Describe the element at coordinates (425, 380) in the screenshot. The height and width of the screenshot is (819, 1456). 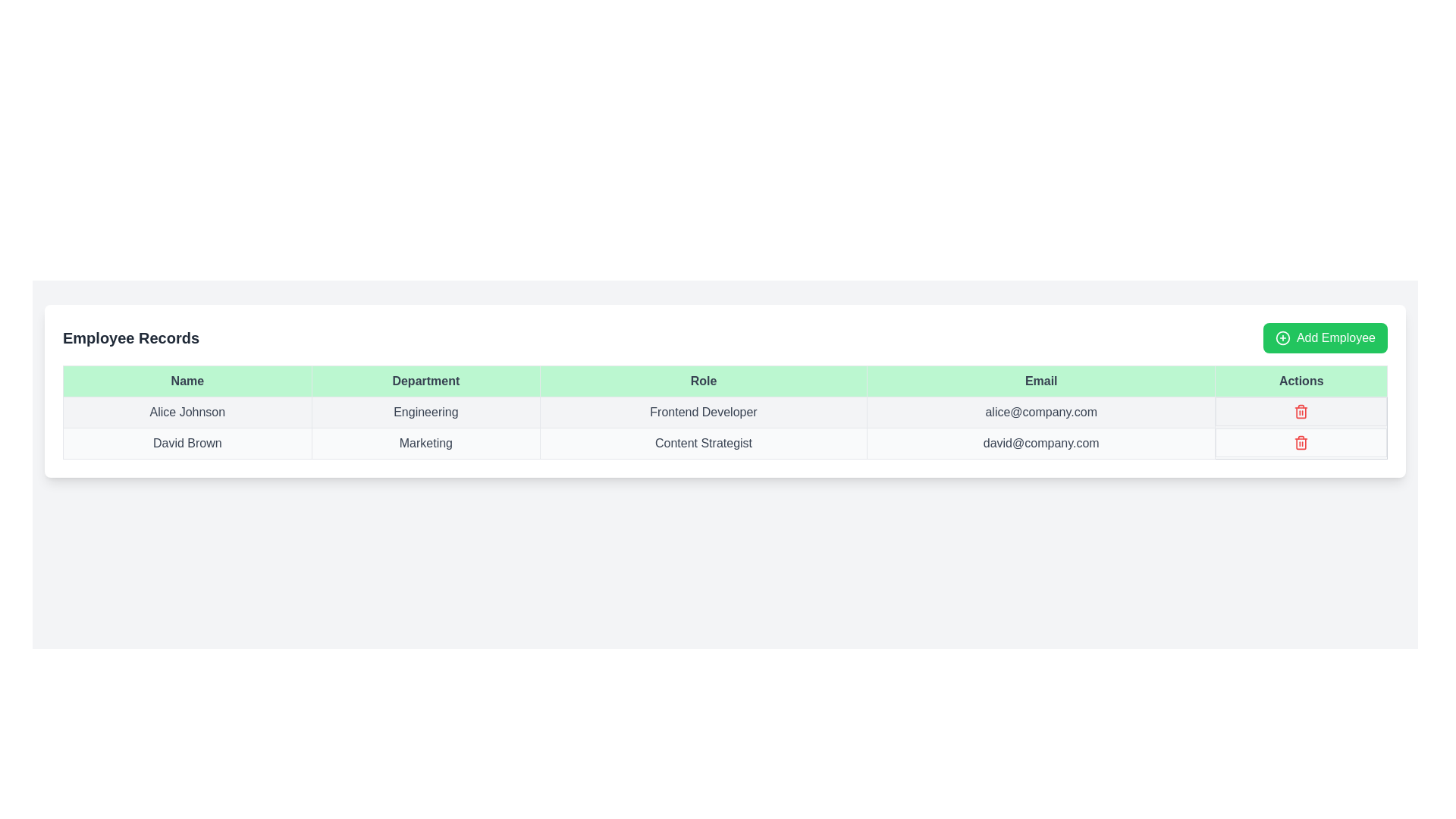
I see `the 'Department' header cell of the table, which is the second column from the left, positioned between 'Name' and 'Role'` at that location.